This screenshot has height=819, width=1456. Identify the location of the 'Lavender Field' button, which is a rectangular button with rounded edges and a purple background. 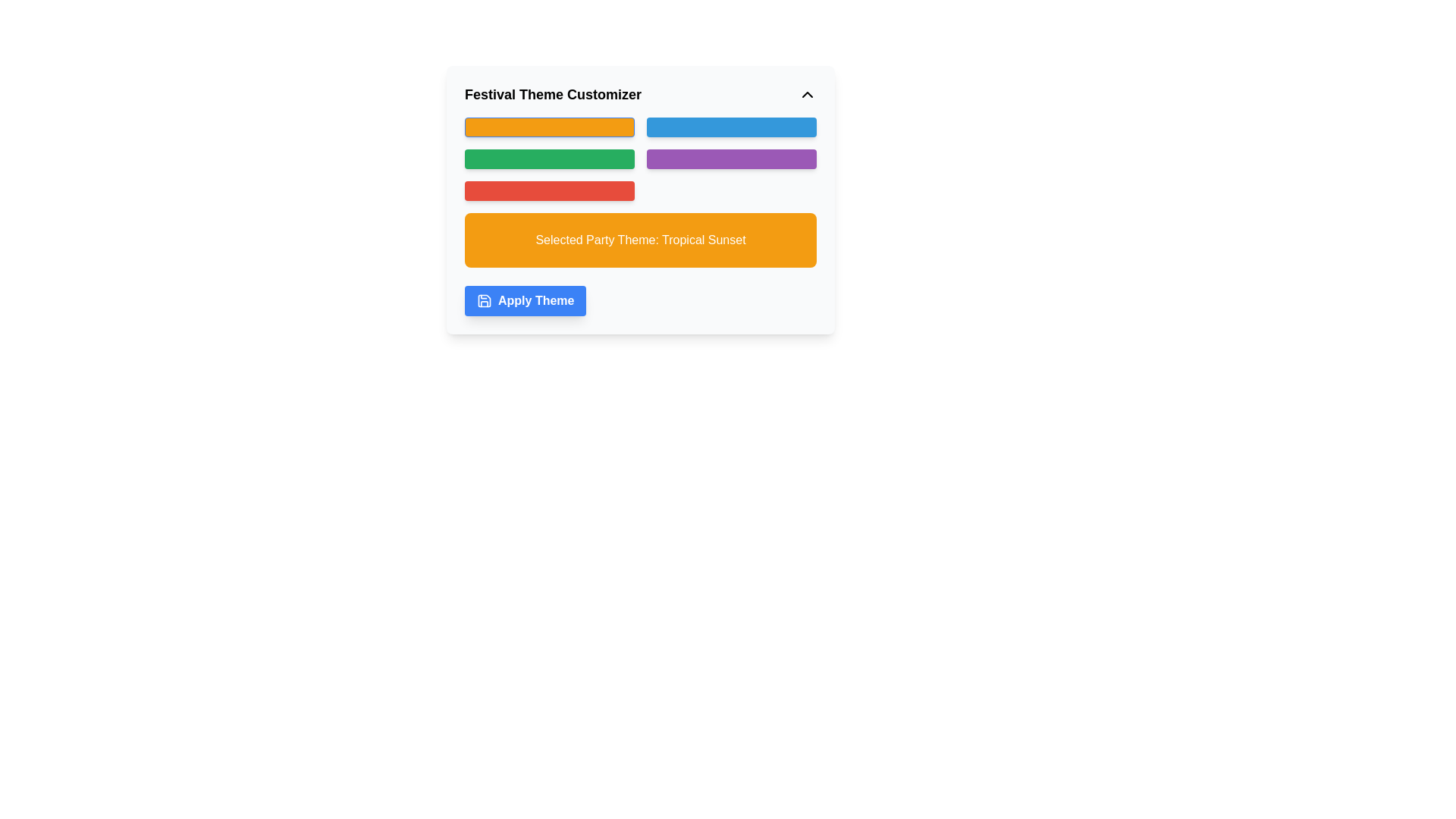
(731, 158).